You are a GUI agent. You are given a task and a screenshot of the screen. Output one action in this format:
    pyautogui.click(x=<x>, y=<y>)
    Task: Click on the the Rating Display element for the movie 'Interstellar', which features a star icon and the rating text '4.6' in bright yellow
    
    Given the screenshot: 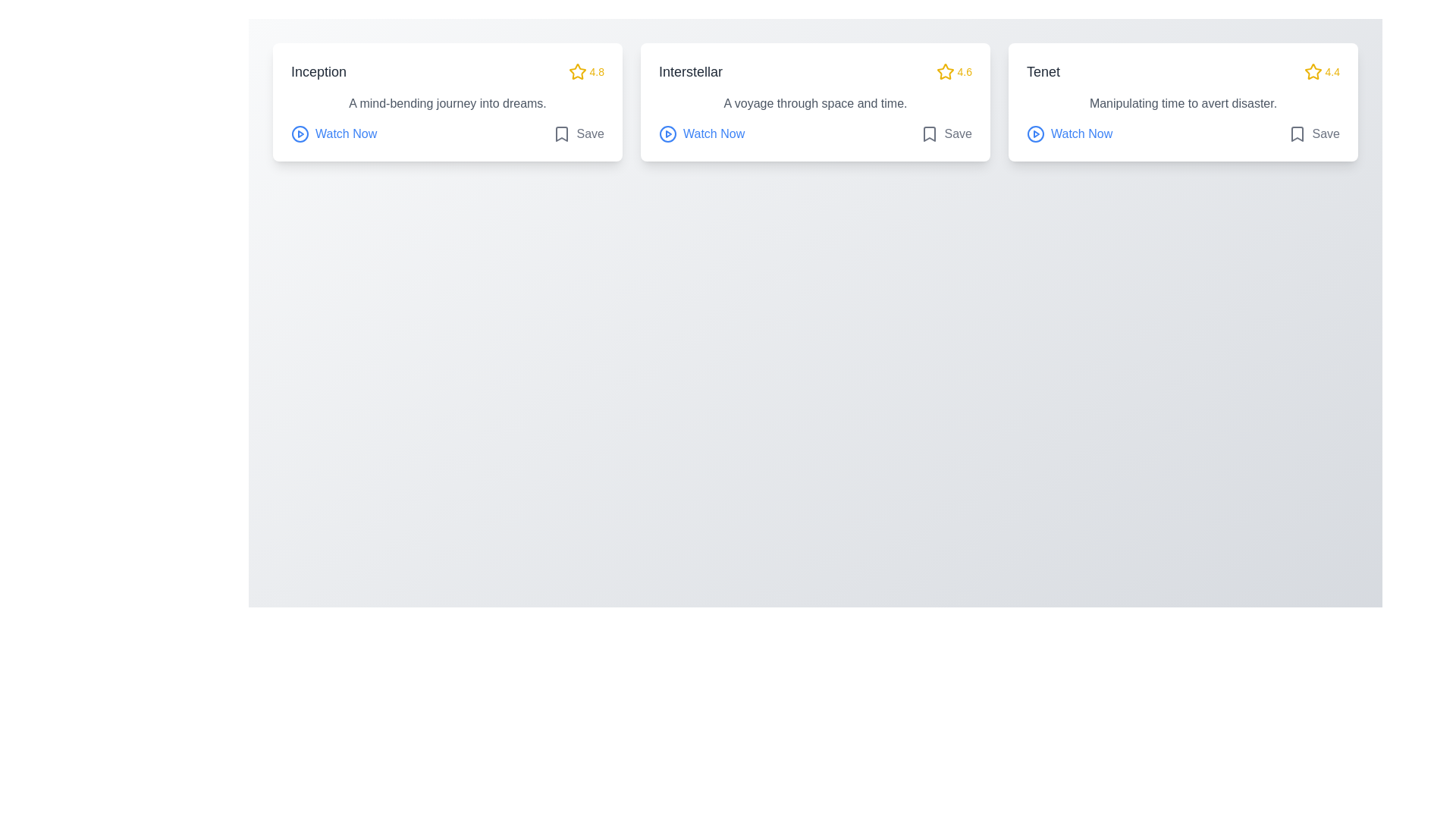 What is the action you would take?
    pyautogui.click(x=953, y=72)
    